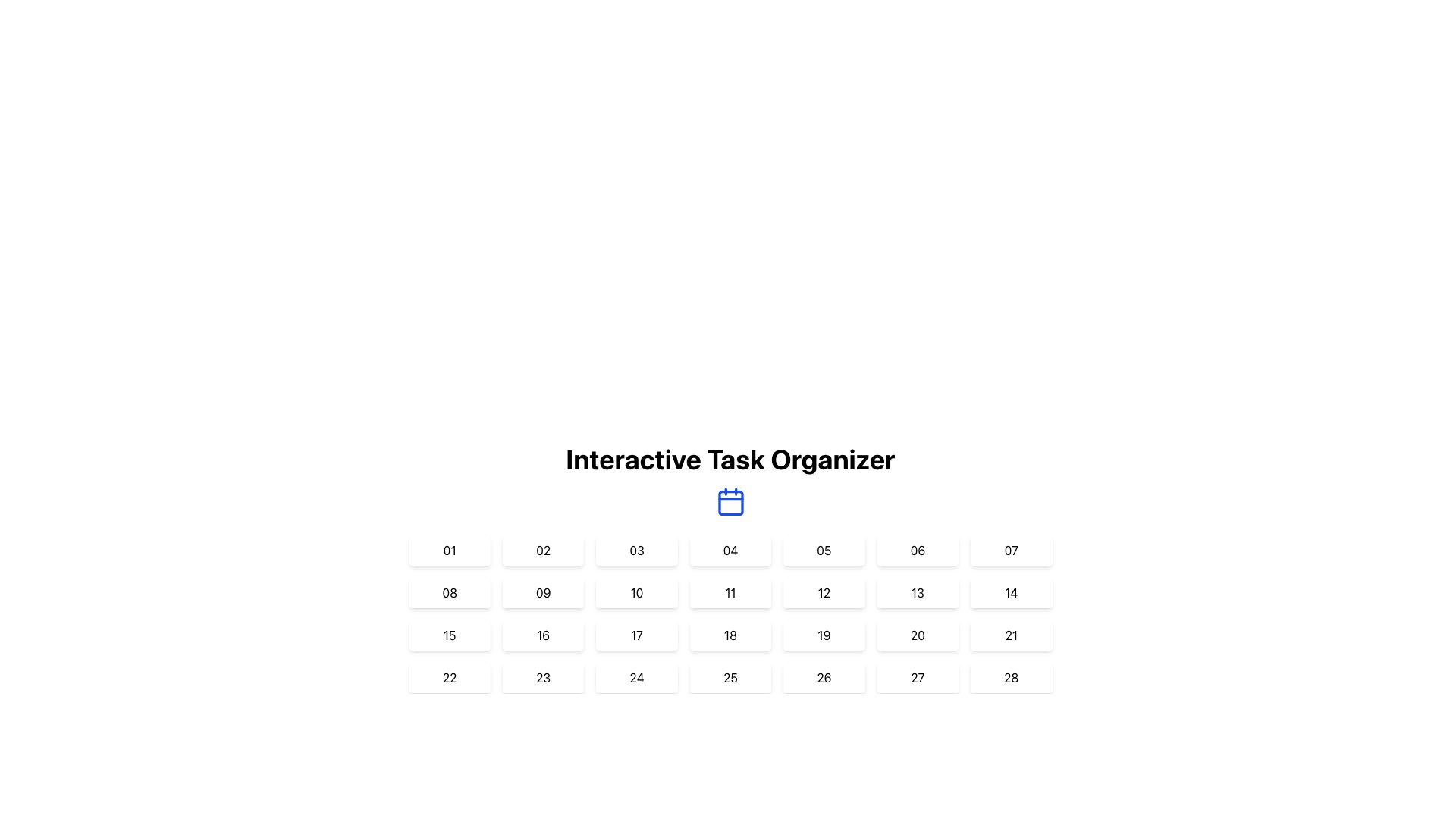 This screenshot has height=819, width=1456. I want to click on the button labeled '07' with a light gray background and shadowed appearance, so click(1011, 550).